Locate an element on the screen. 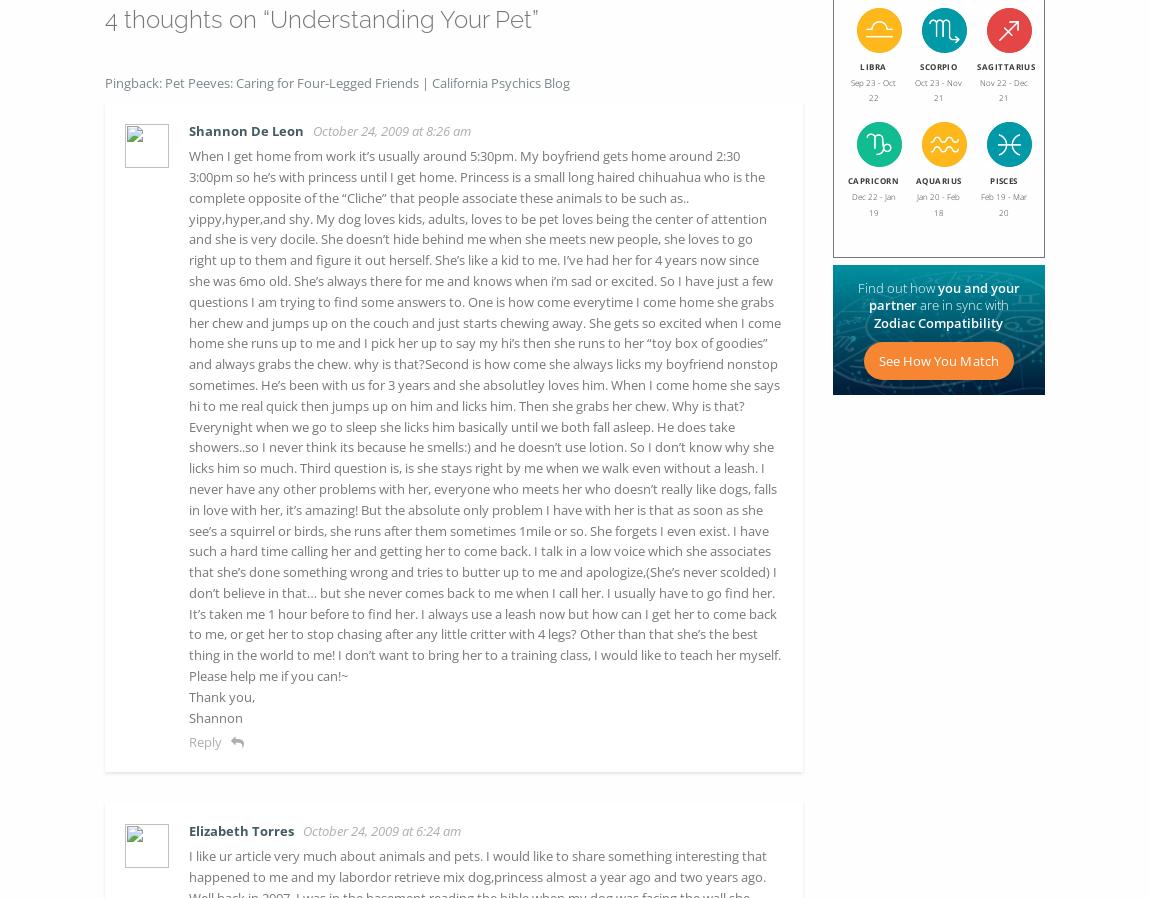  'PISCES' is located at coordinates (1003, 179).